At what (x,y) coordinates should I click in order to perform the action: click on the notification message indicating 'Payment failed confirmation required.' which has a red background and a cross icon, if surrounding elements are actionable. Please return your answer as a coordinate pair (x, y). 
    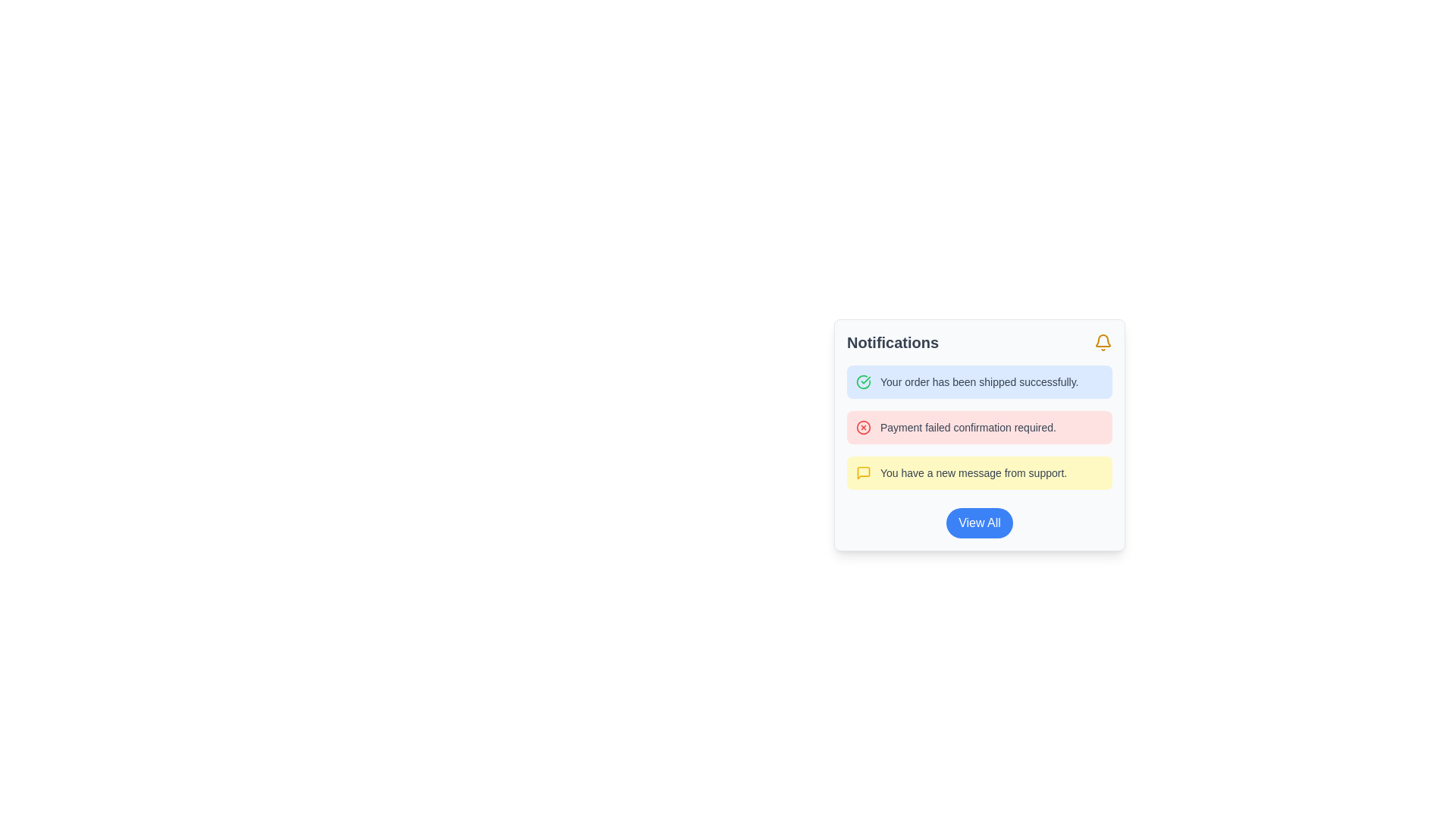
    Looking at the image, I should click on (979, 427).